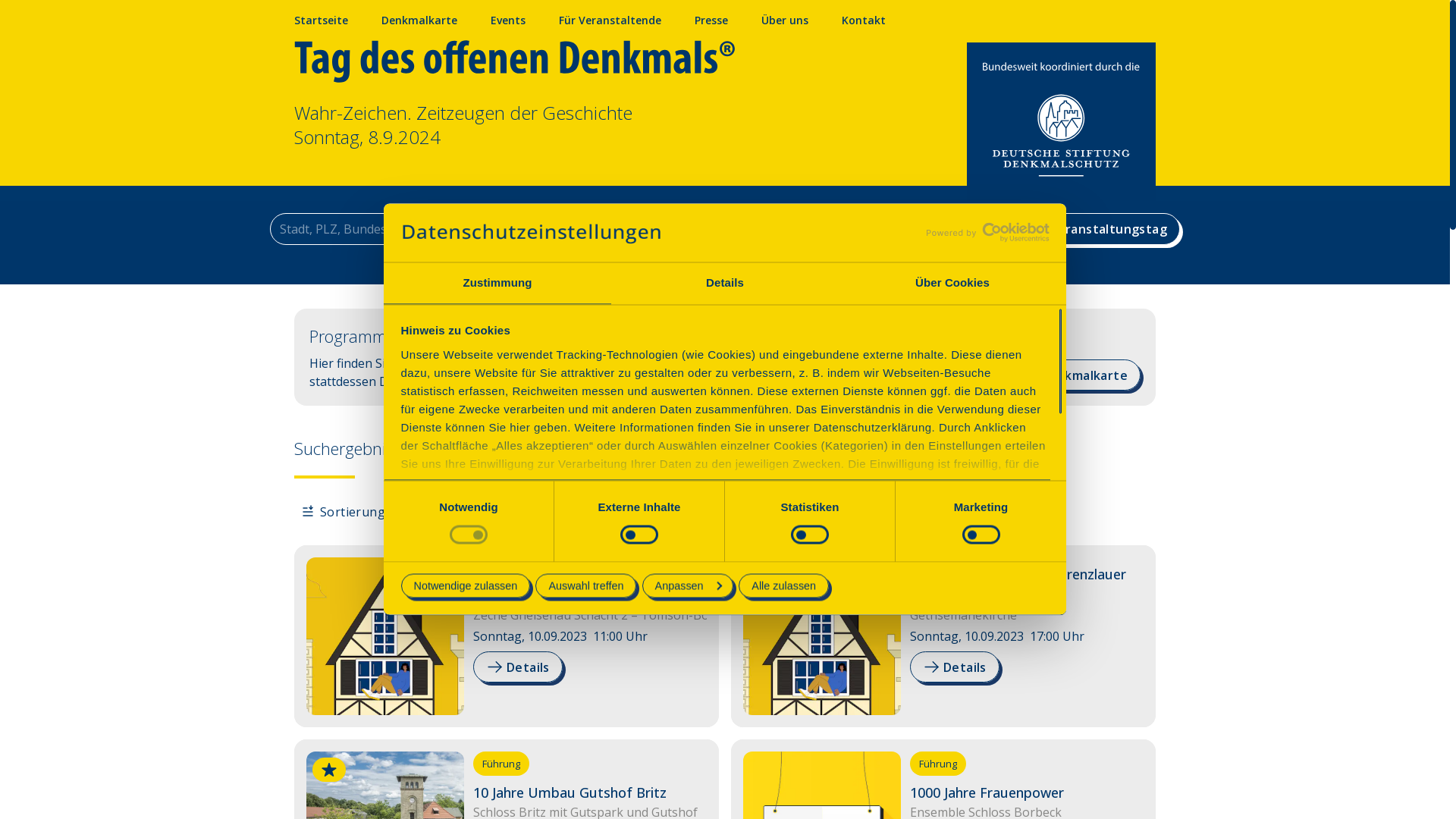 Image resolution: width=1456 pixels, height=819 pixels. I want to click on 'Startseite', so click(320, 20).